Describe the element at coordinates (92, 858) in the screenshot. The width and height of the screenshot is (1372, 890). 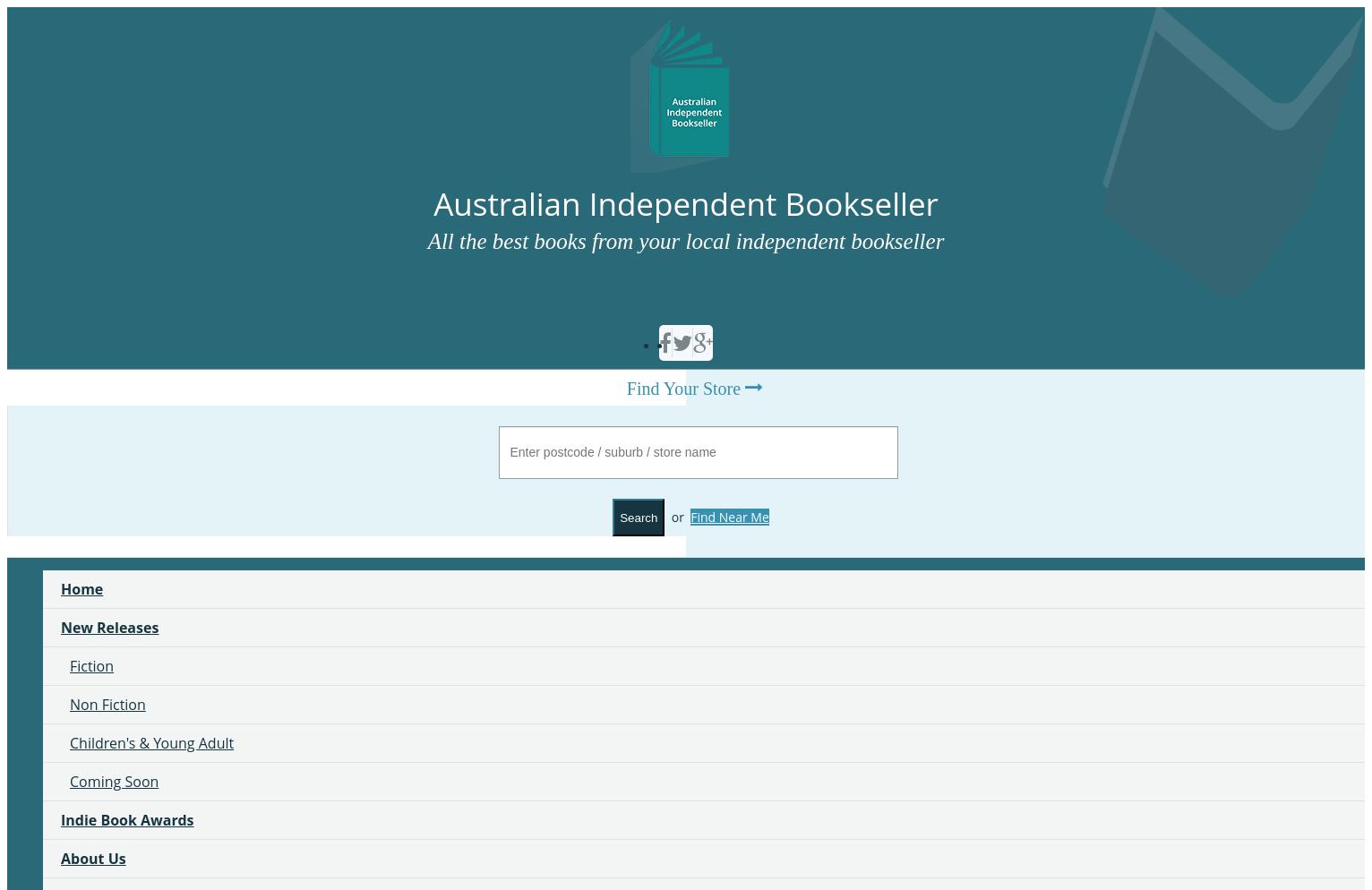
I see `'About Us'` at that location.